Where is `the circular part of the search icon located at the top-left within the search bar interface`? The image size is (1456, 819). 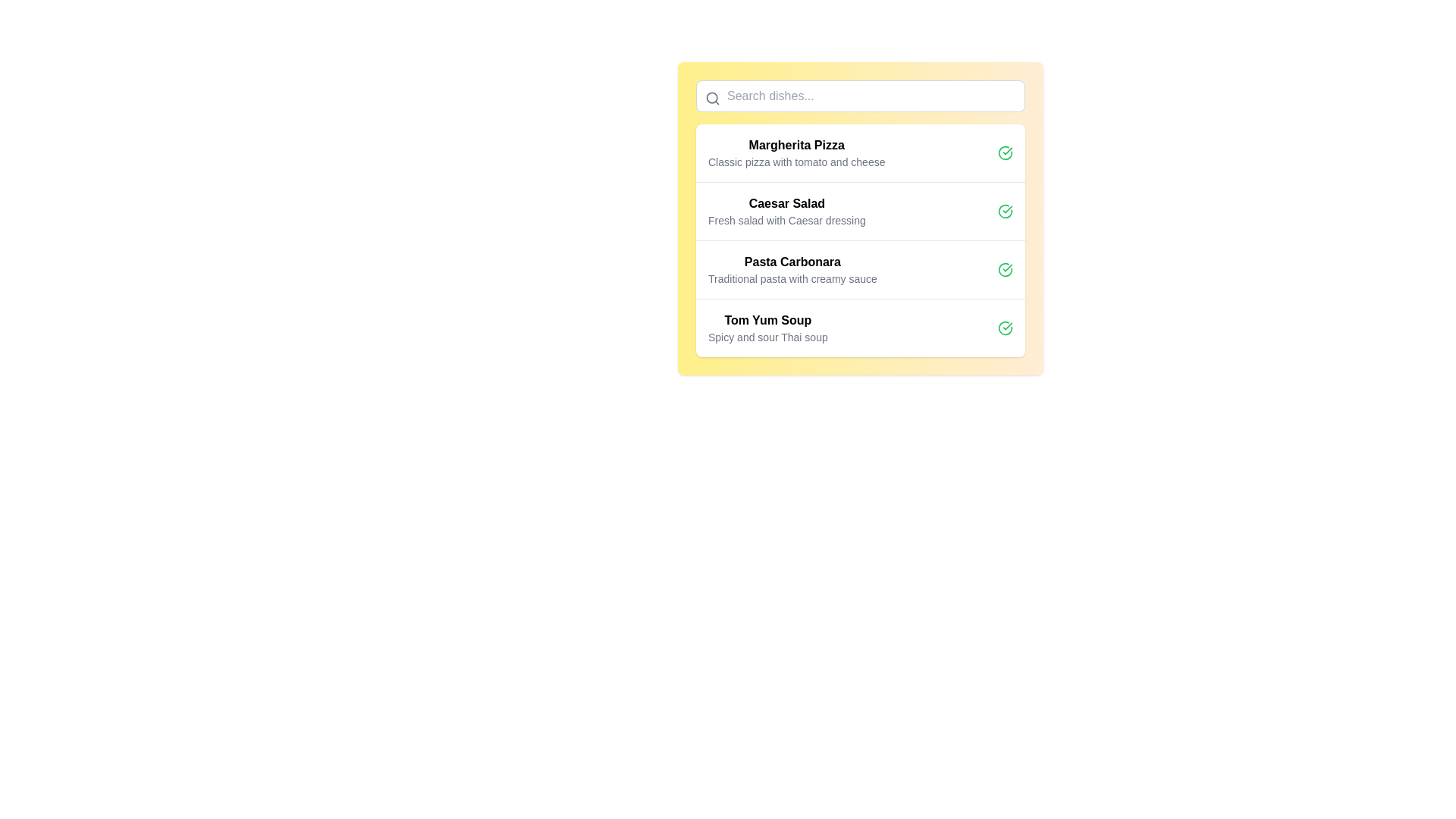
the circular part of the search icon located at the top-left within the search bar interface is located at coordinates (711, 98).